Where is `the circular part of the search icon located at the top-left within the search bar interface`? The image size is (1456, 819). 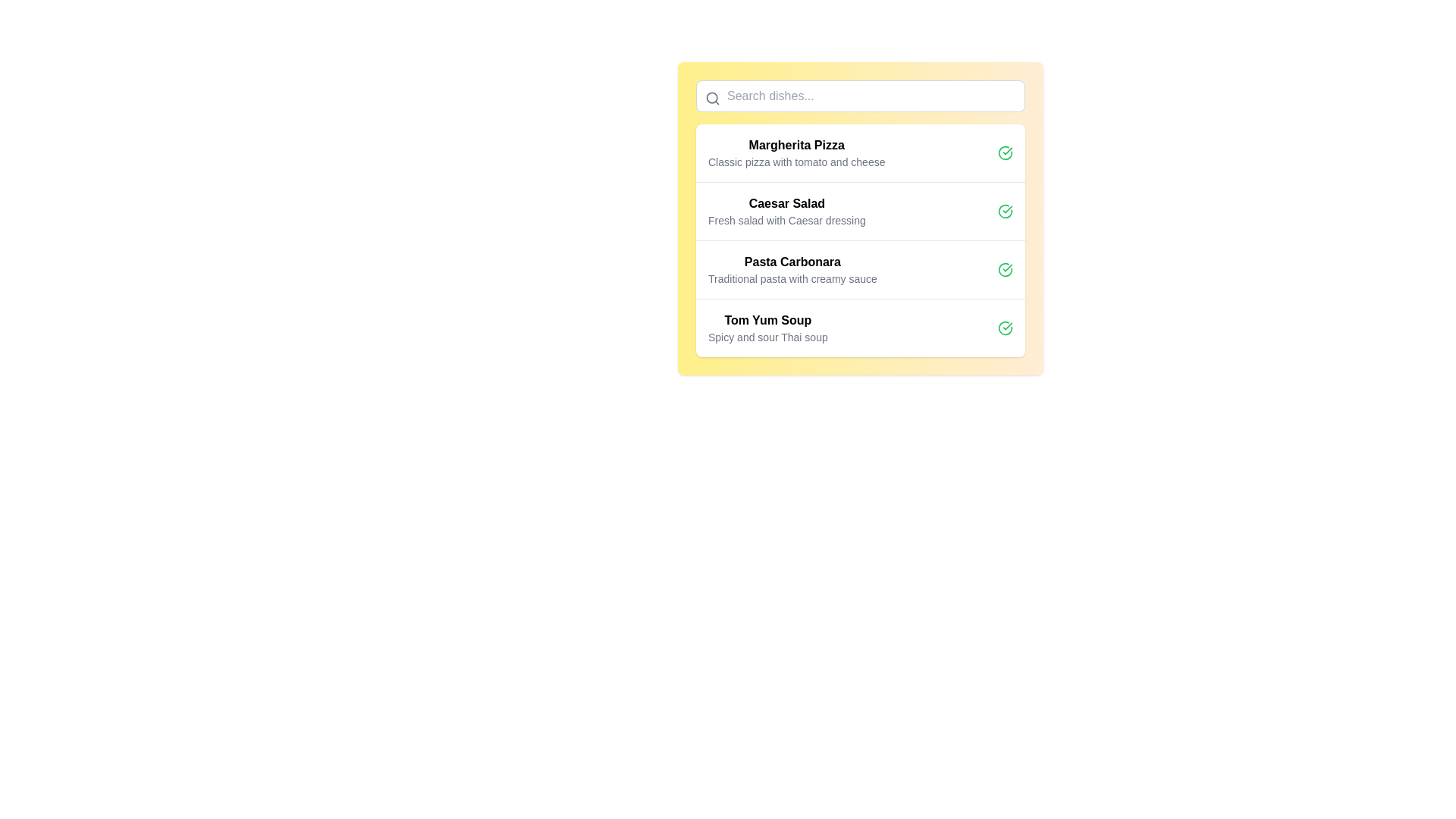
the circular part of the search icon located at the top-left within the search bar interface is located at coordinates (711, 98).